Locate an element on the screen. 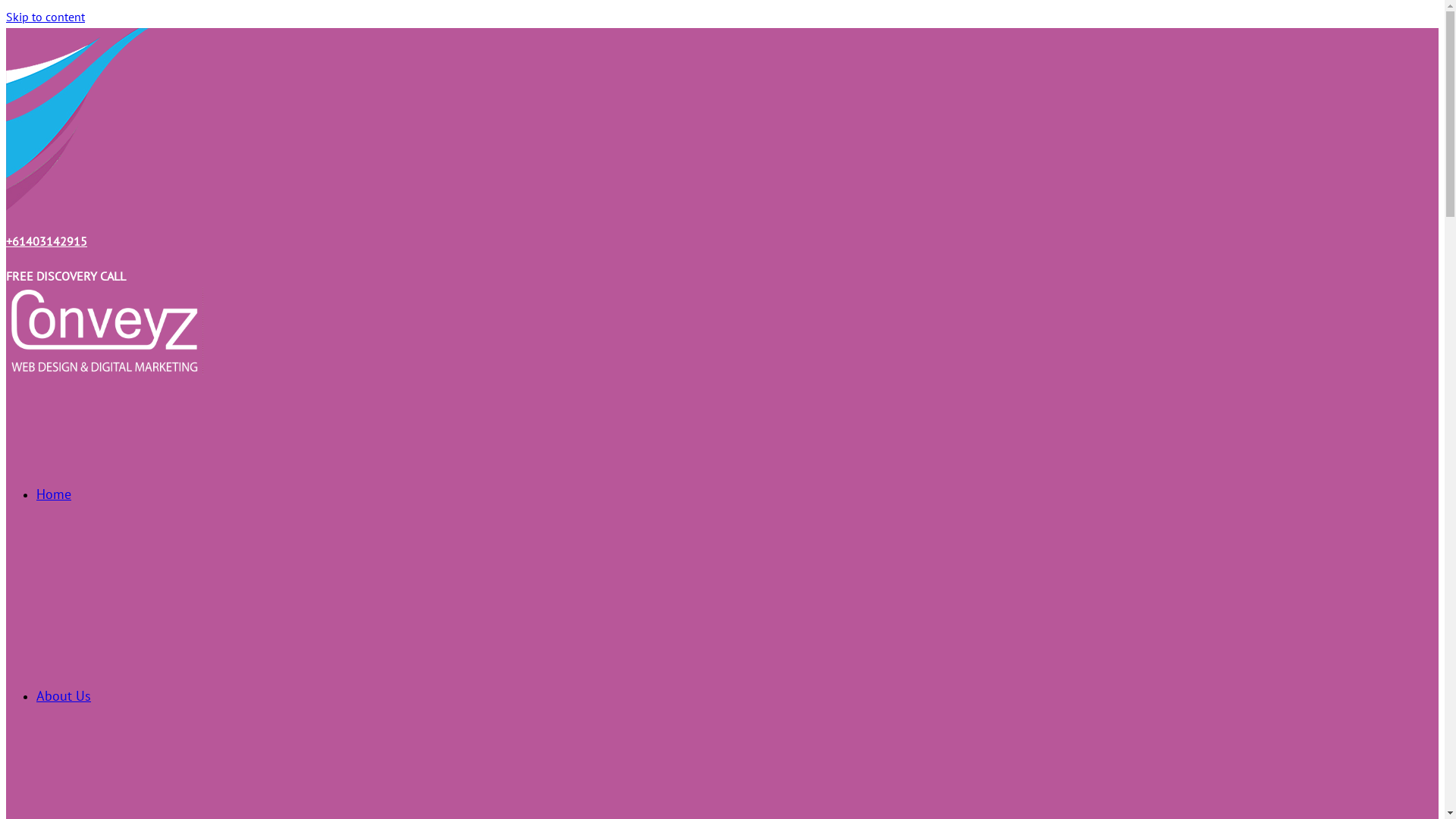 The image size is (1456, 819). '+61403142915' is located at coordinates (46, 240).